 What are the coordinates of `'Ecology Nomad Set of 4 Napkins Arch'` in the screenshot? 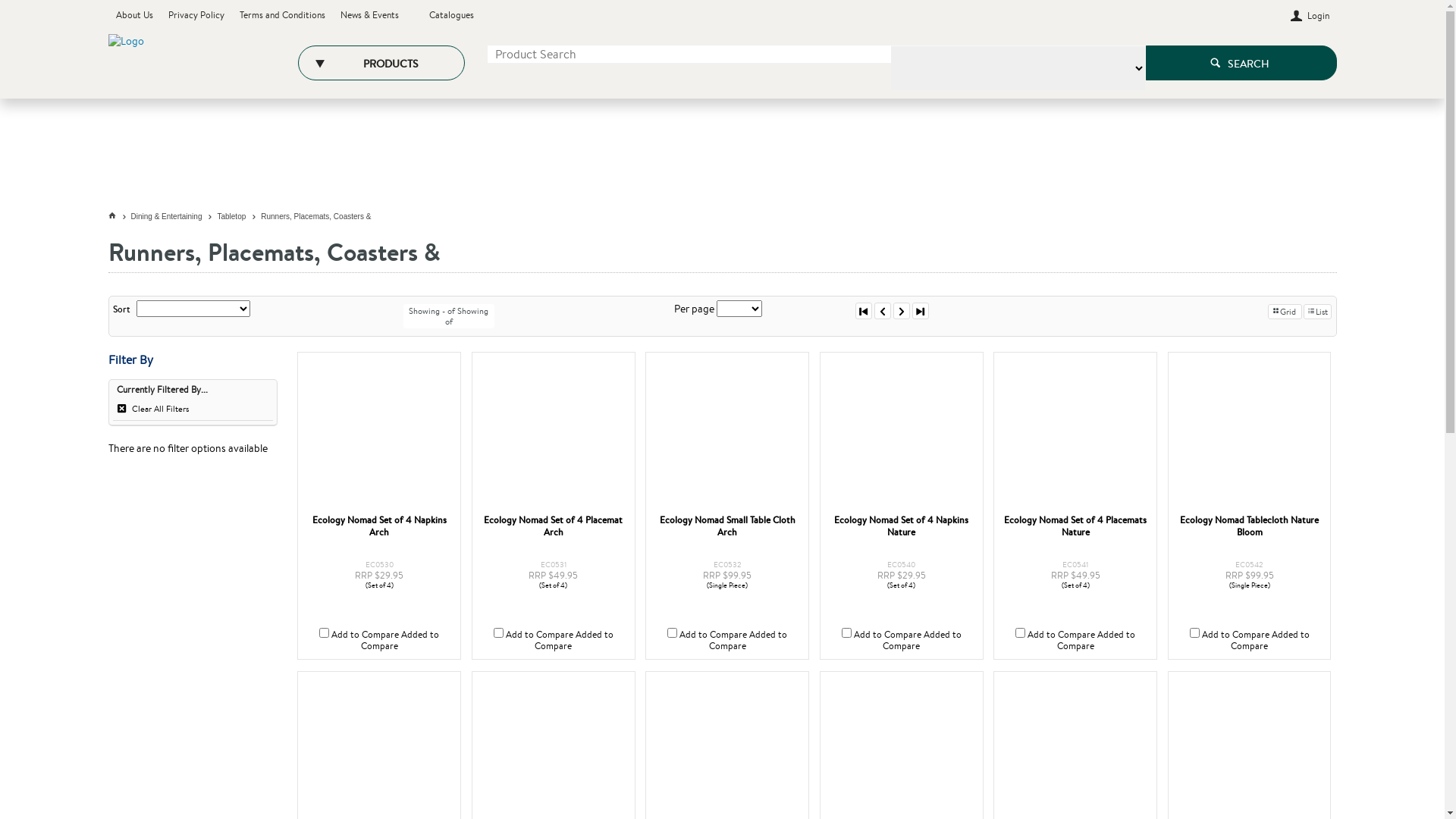 It's located at (379, 526).